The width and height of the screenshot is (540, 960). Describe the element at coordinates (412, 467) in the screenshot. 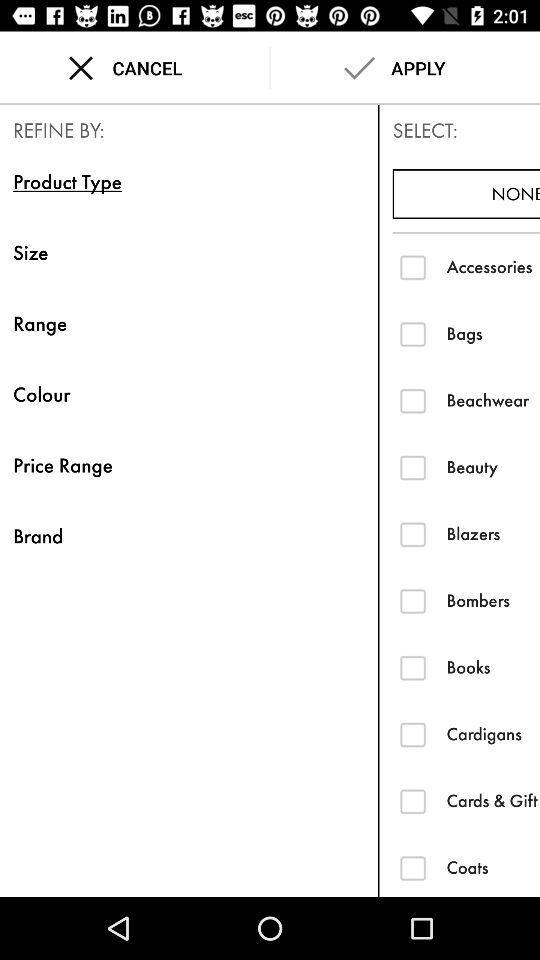

I see `beauty option` at that location.